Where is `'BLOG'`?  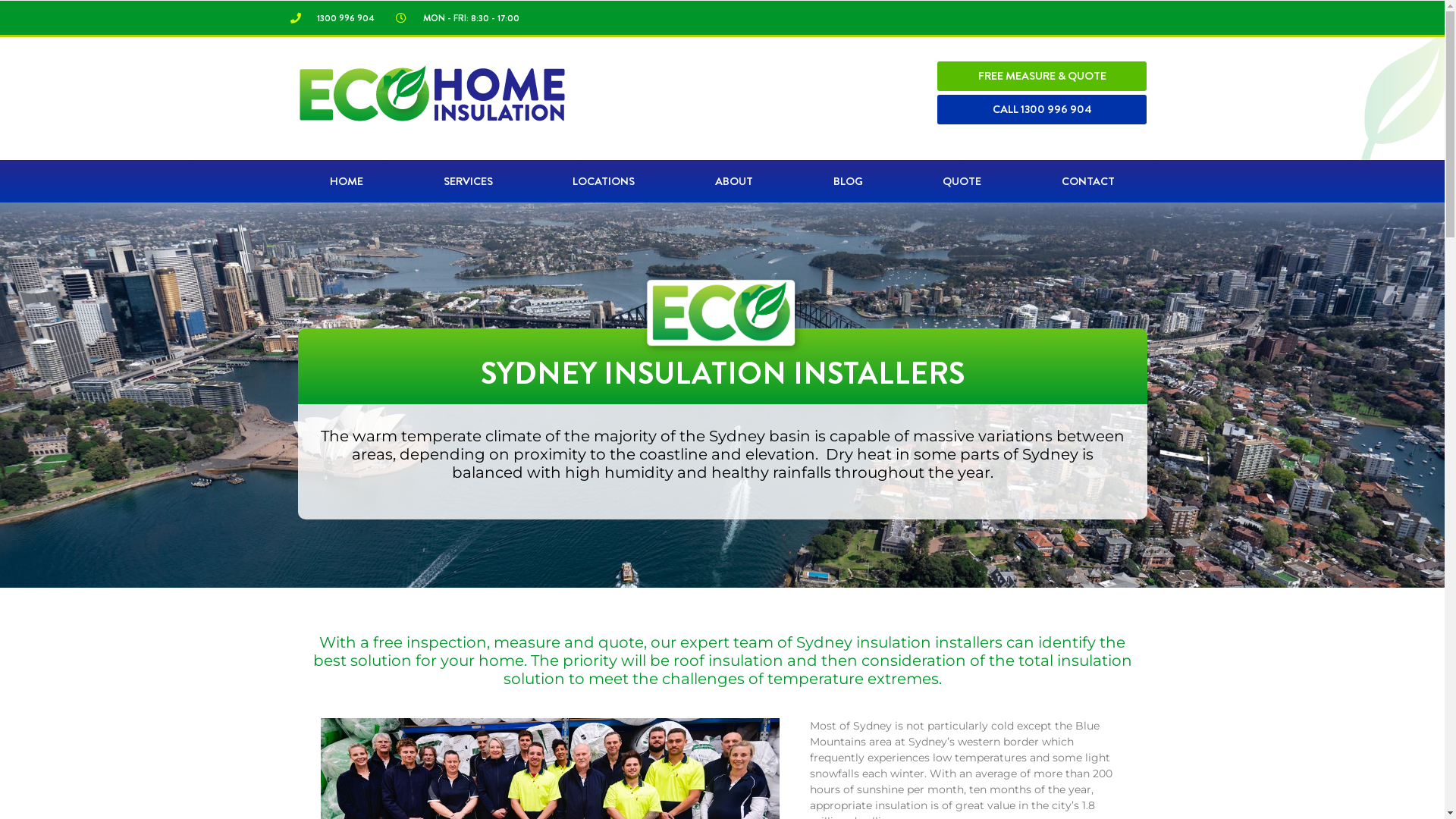 'BLOG' is located at coordinates (847, 180).